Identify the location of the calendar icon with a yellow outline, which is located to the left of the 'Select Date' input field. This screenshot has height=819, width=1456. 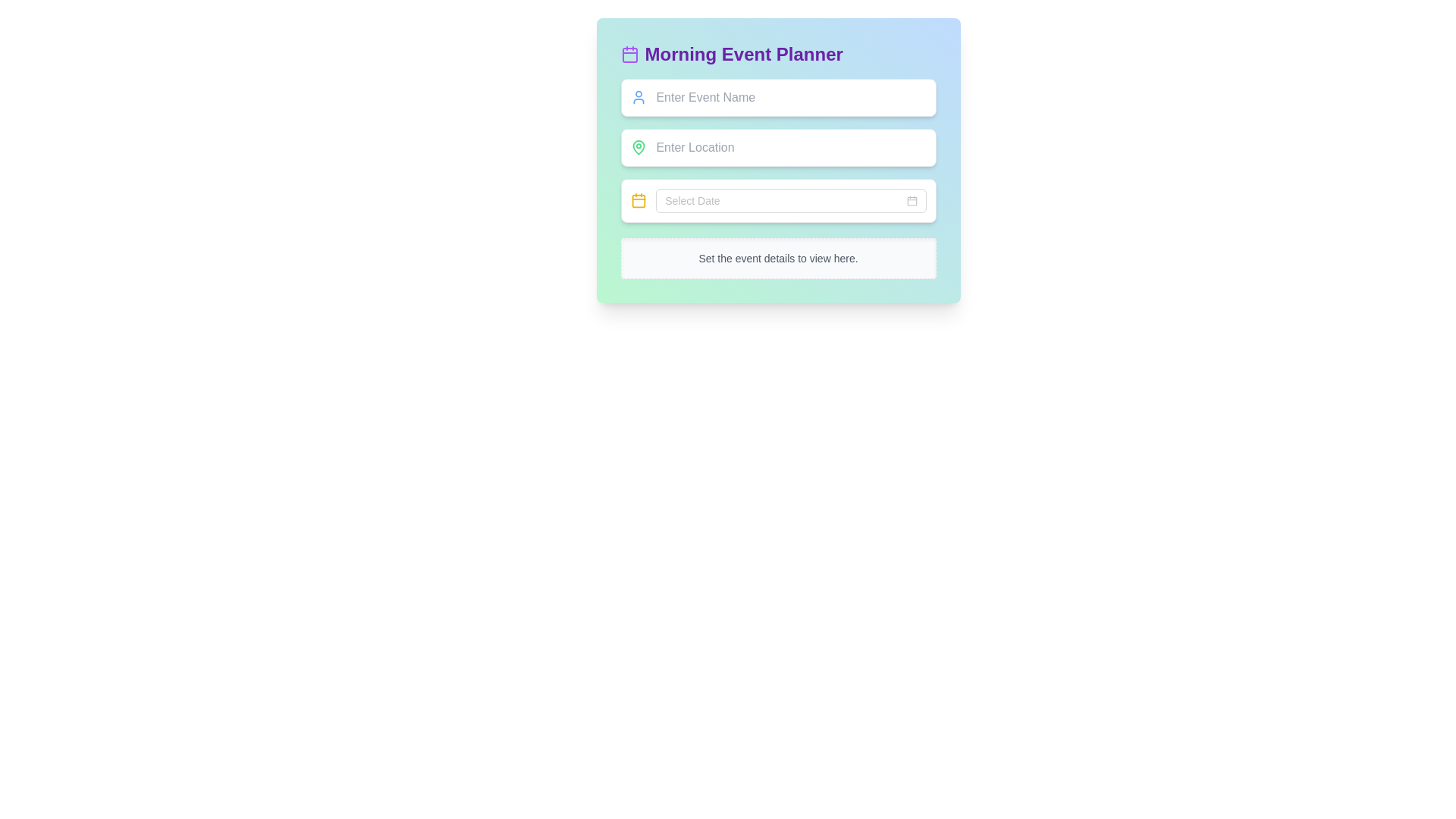
(639, 200).